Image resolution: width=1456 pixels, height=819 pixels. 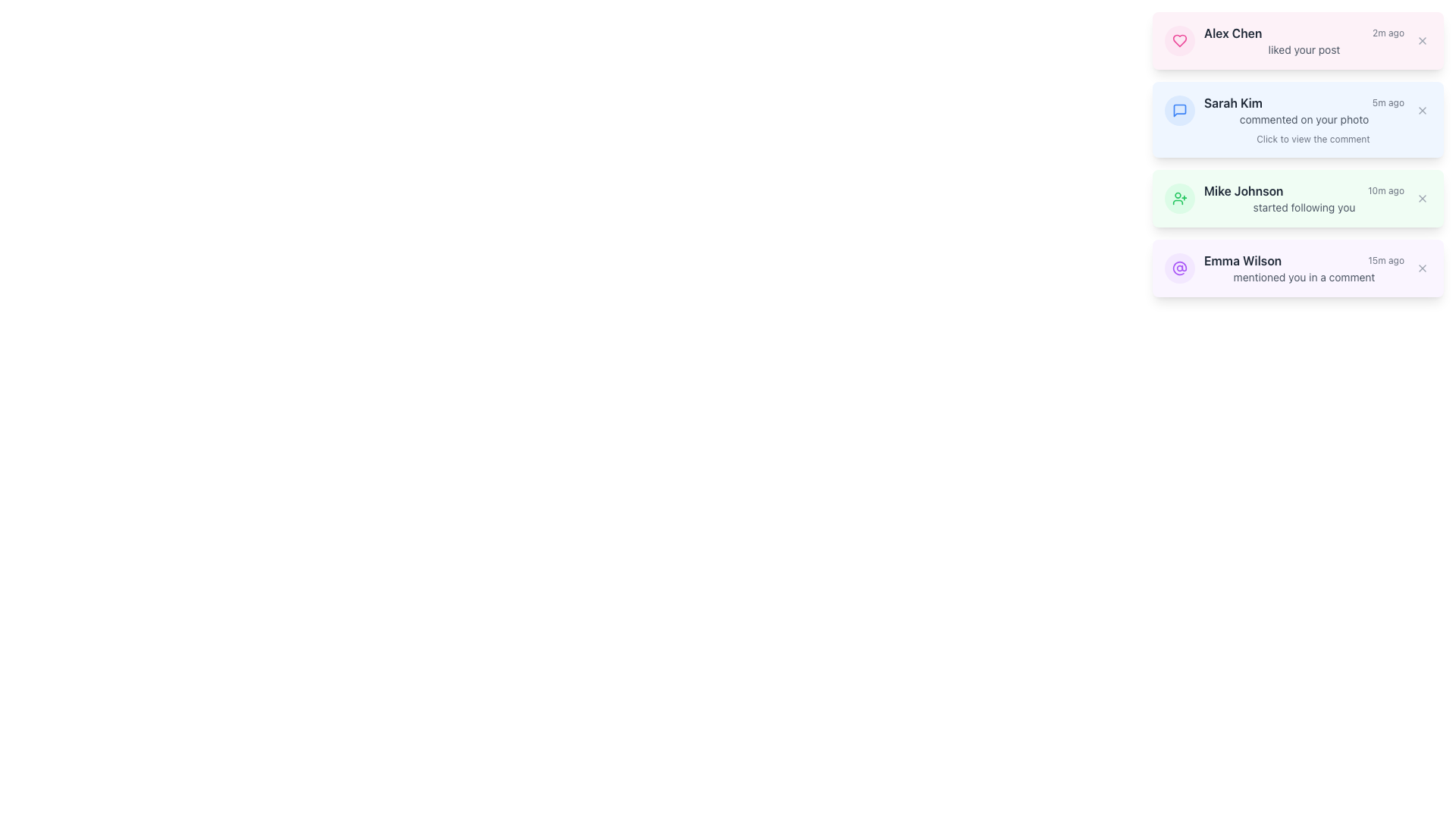 I want to click on the status of the heart-shaped icon indicating 'like' within the notification card from Alex Chen, so click(x=1178, y=40).